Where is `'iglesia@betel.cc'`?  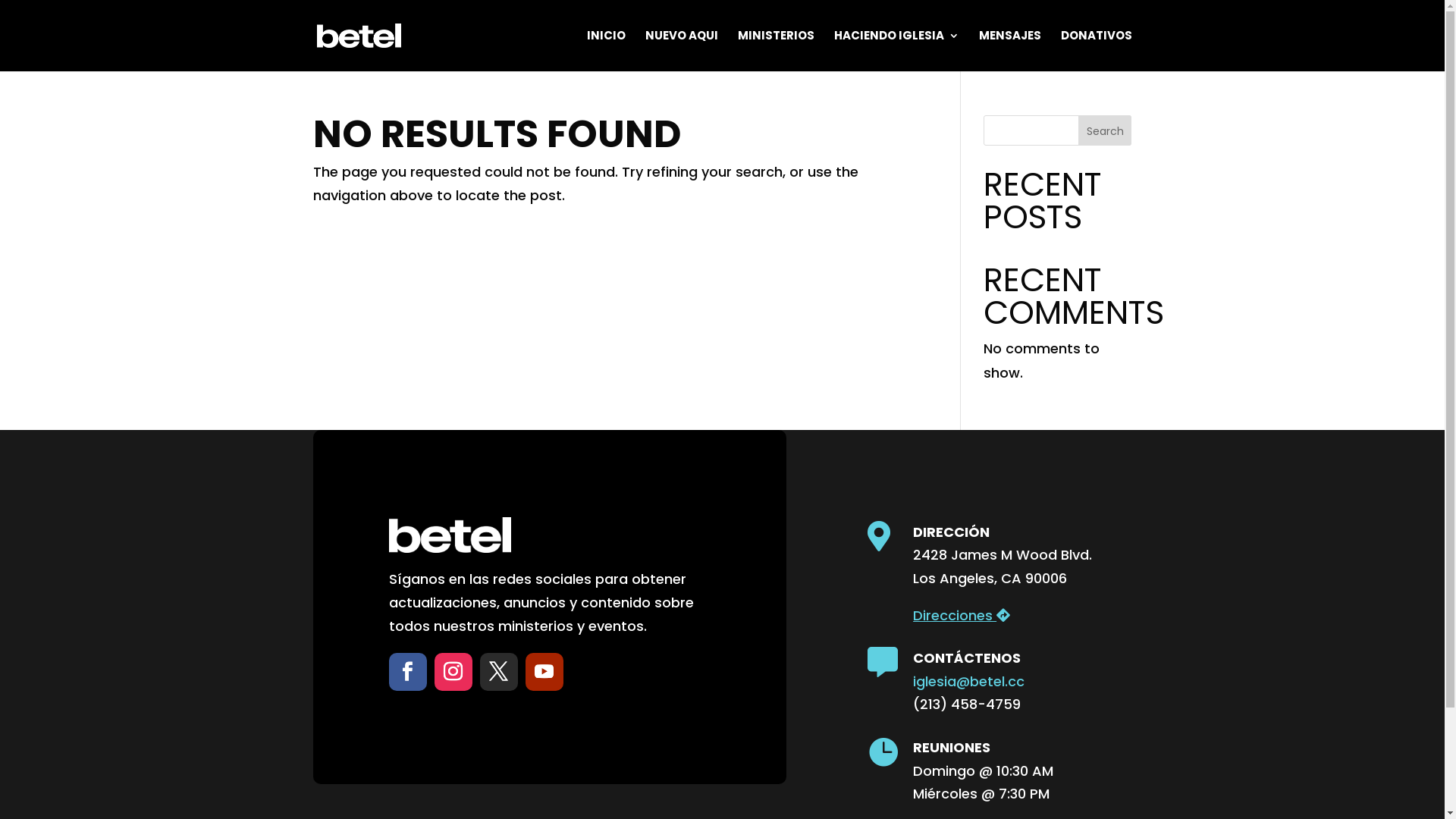 'iglesia@betel.cc' is located at coordinates (968, 680).